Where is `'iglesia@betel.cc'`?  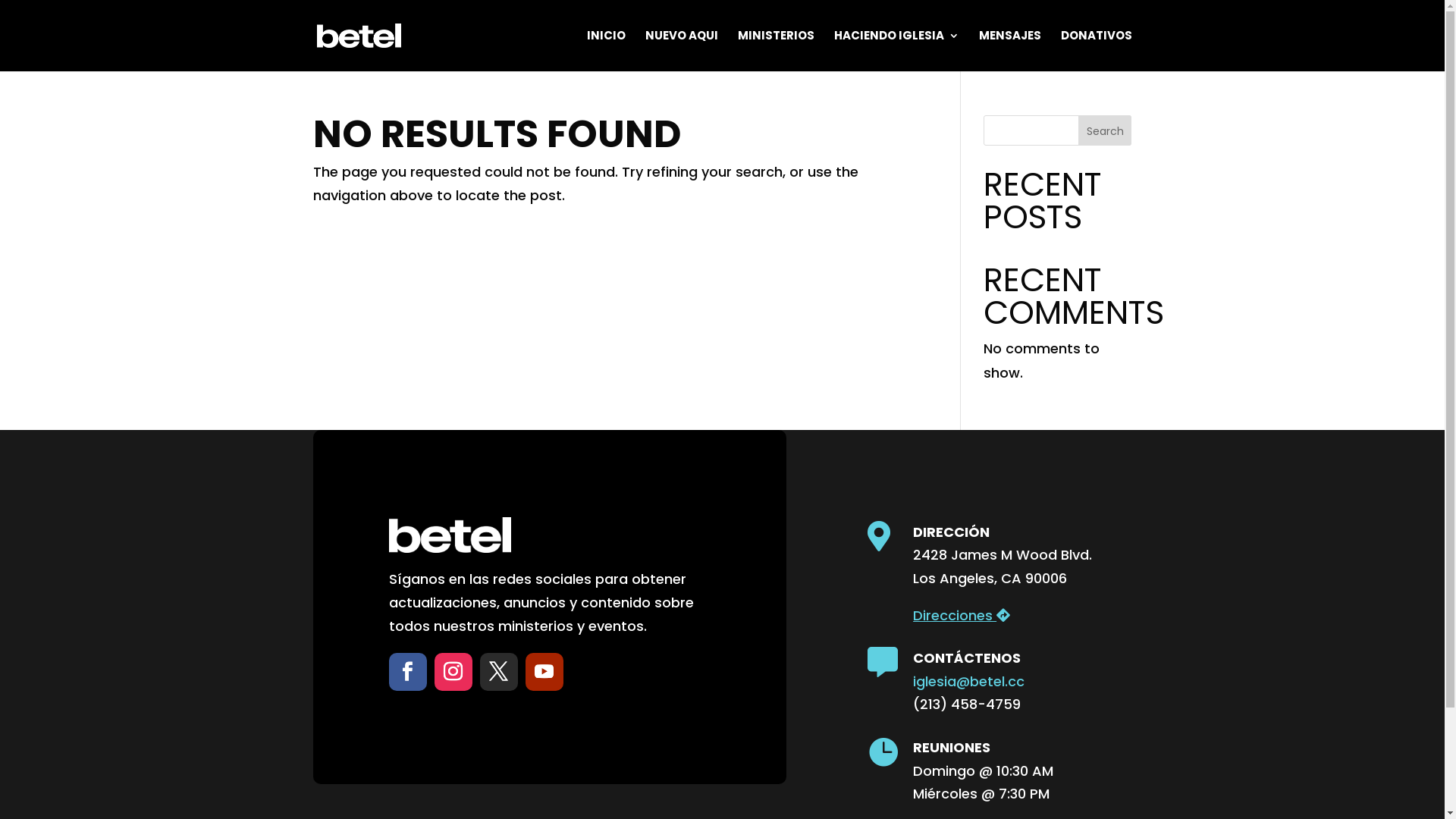 'iglesia@betel.cc' is located at coordinates (968, 680).